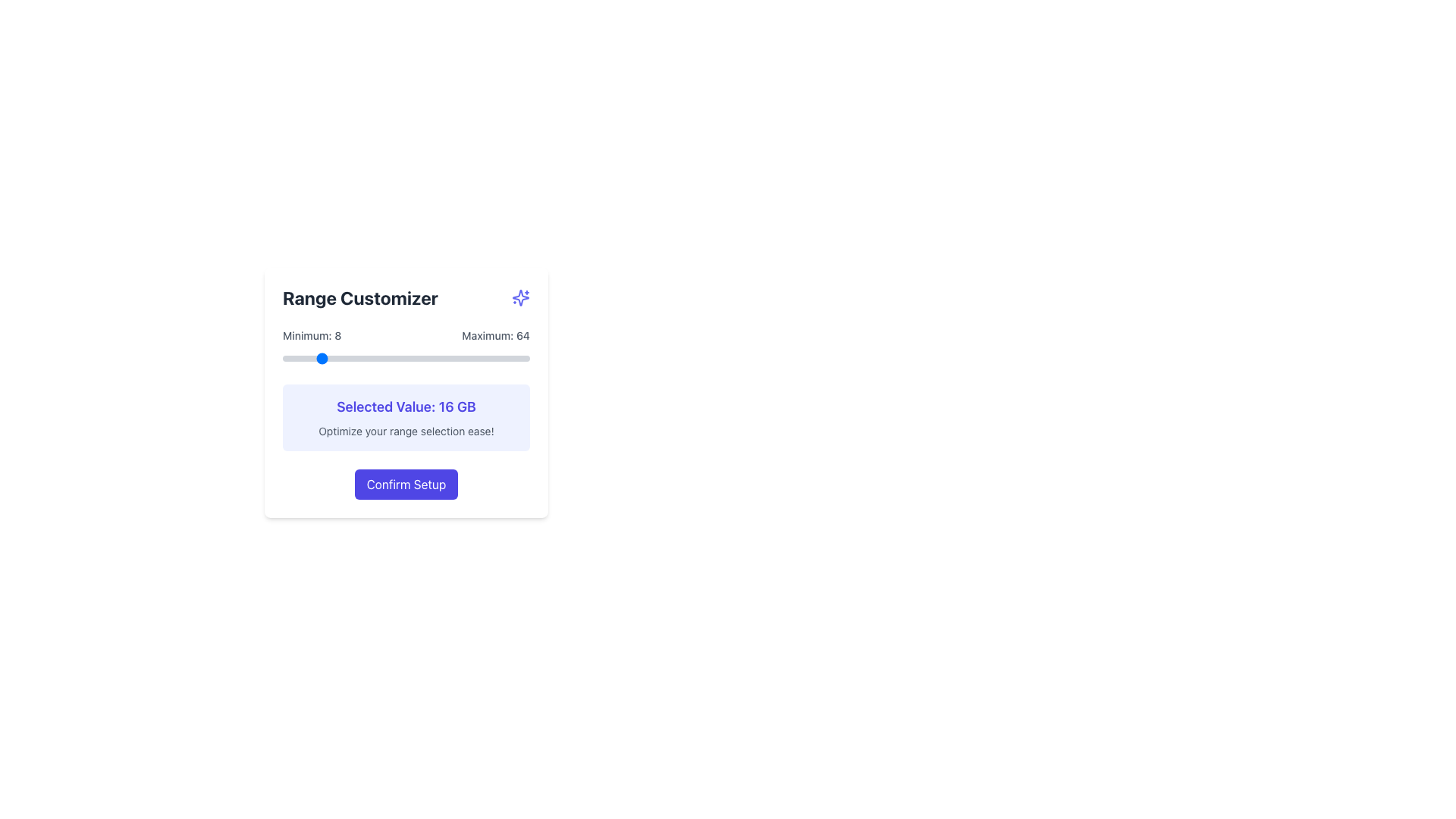  Describe the element at coordinates (361, 359) in the screenshot. I see `the slider` at that location.